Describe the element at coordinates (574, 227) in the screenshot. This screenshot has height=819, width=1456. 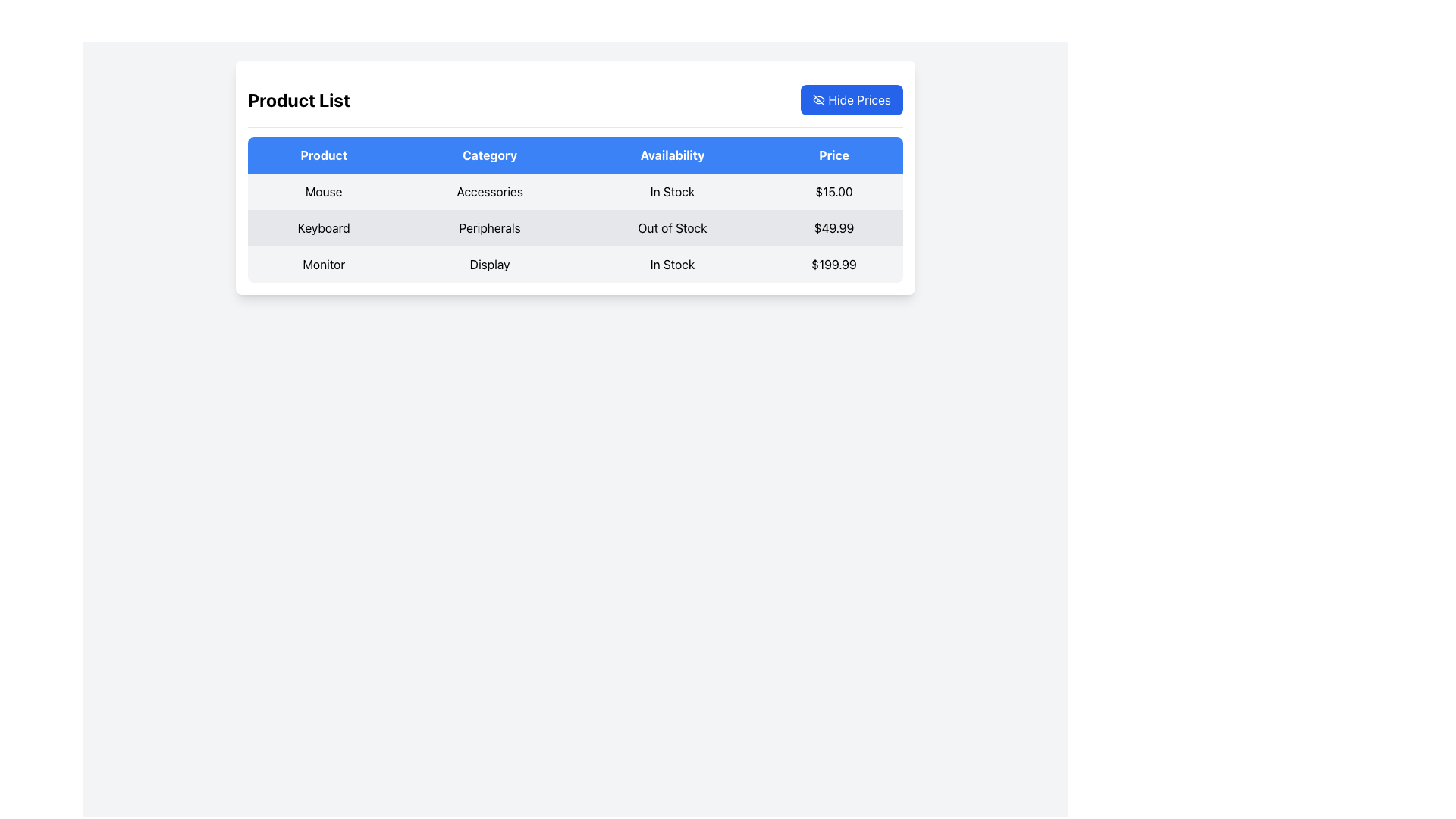
I see `the second row in the product table containing the items 'Keyboard', 'Peripherals', 'Out of Stock', and '$49.99'` at that location.